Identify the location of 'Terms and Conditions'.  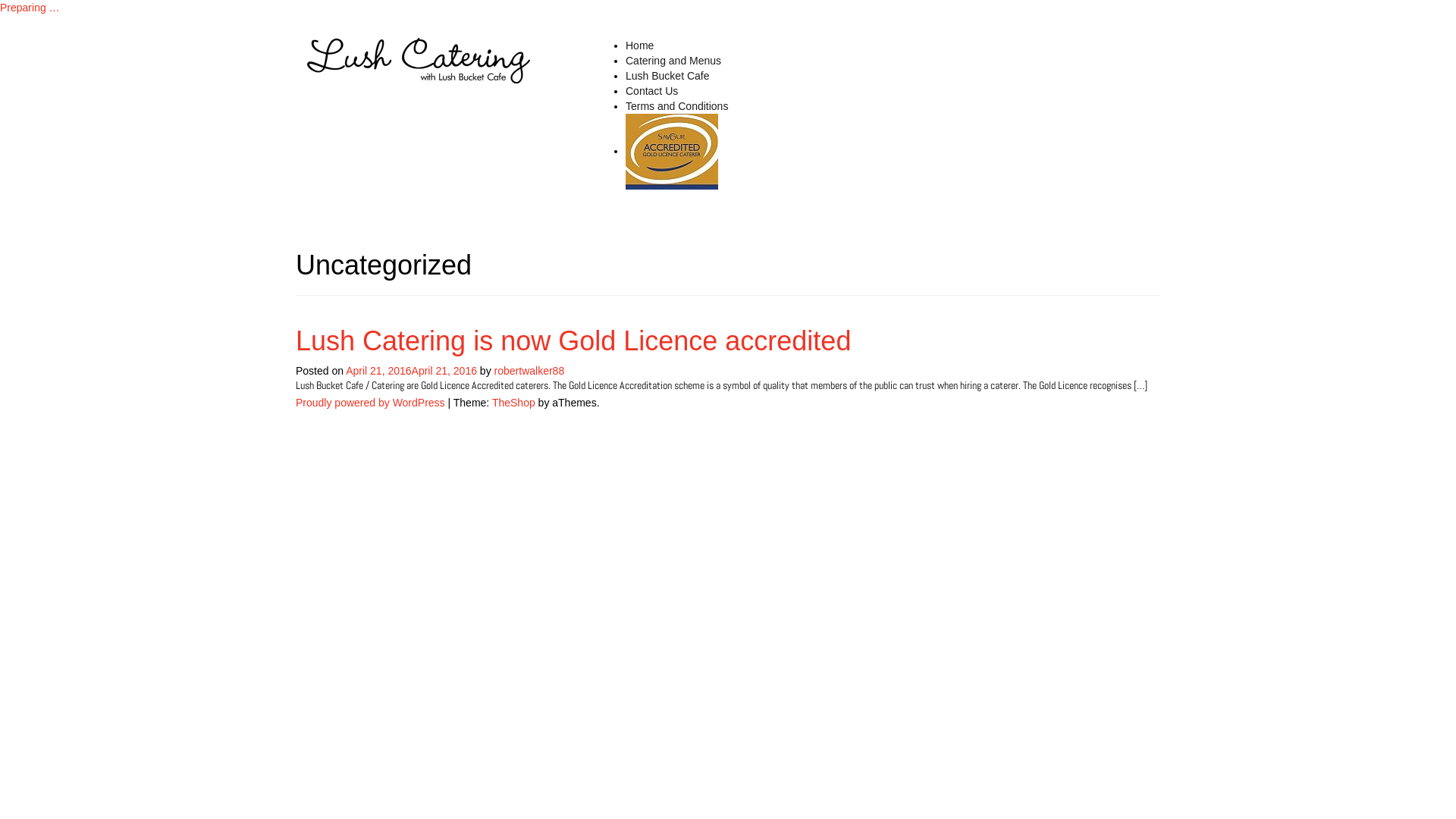
(676, 105).